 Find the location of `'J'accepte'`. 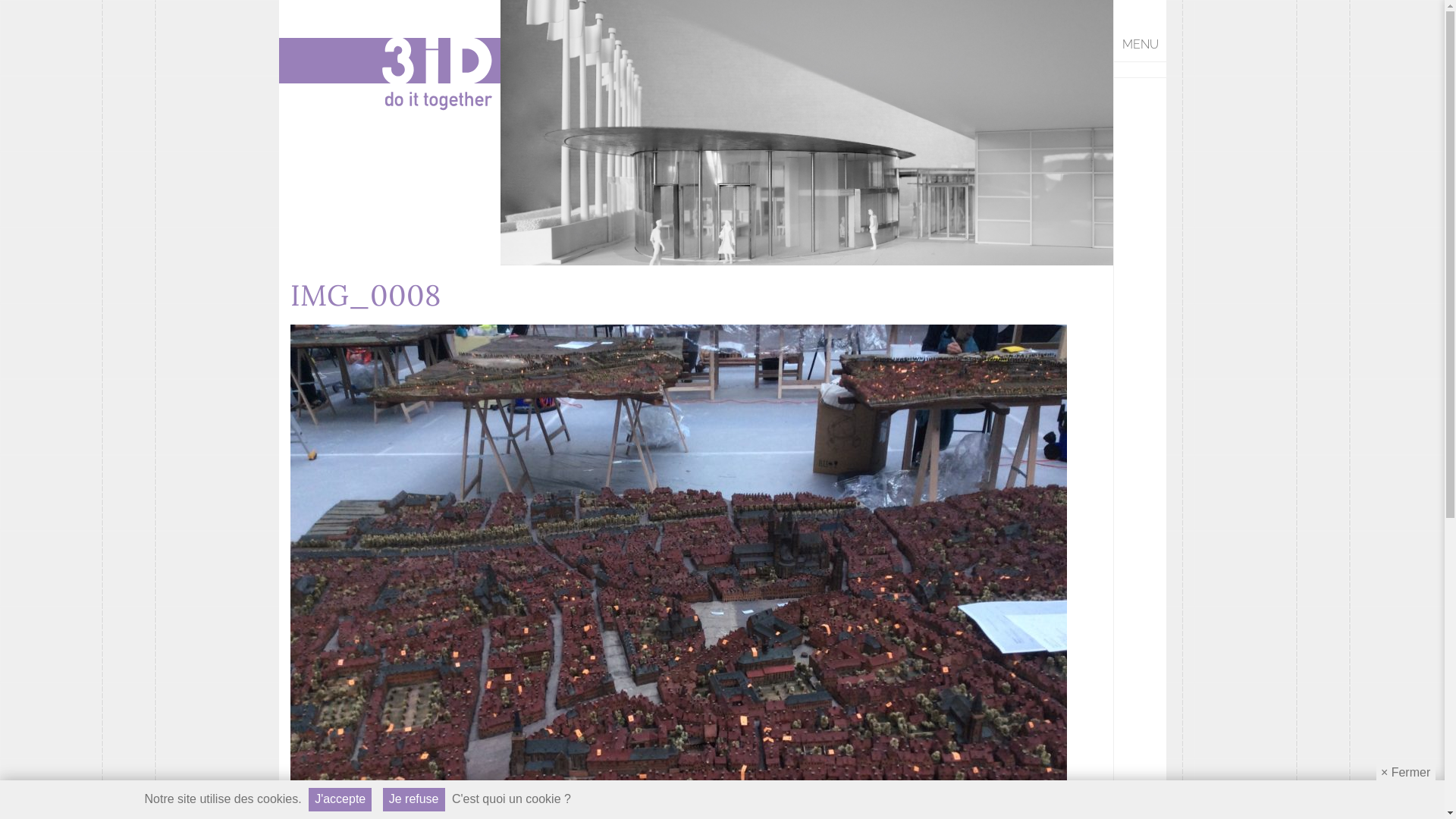

'J'accepte' is located at coordinates (339, 799).